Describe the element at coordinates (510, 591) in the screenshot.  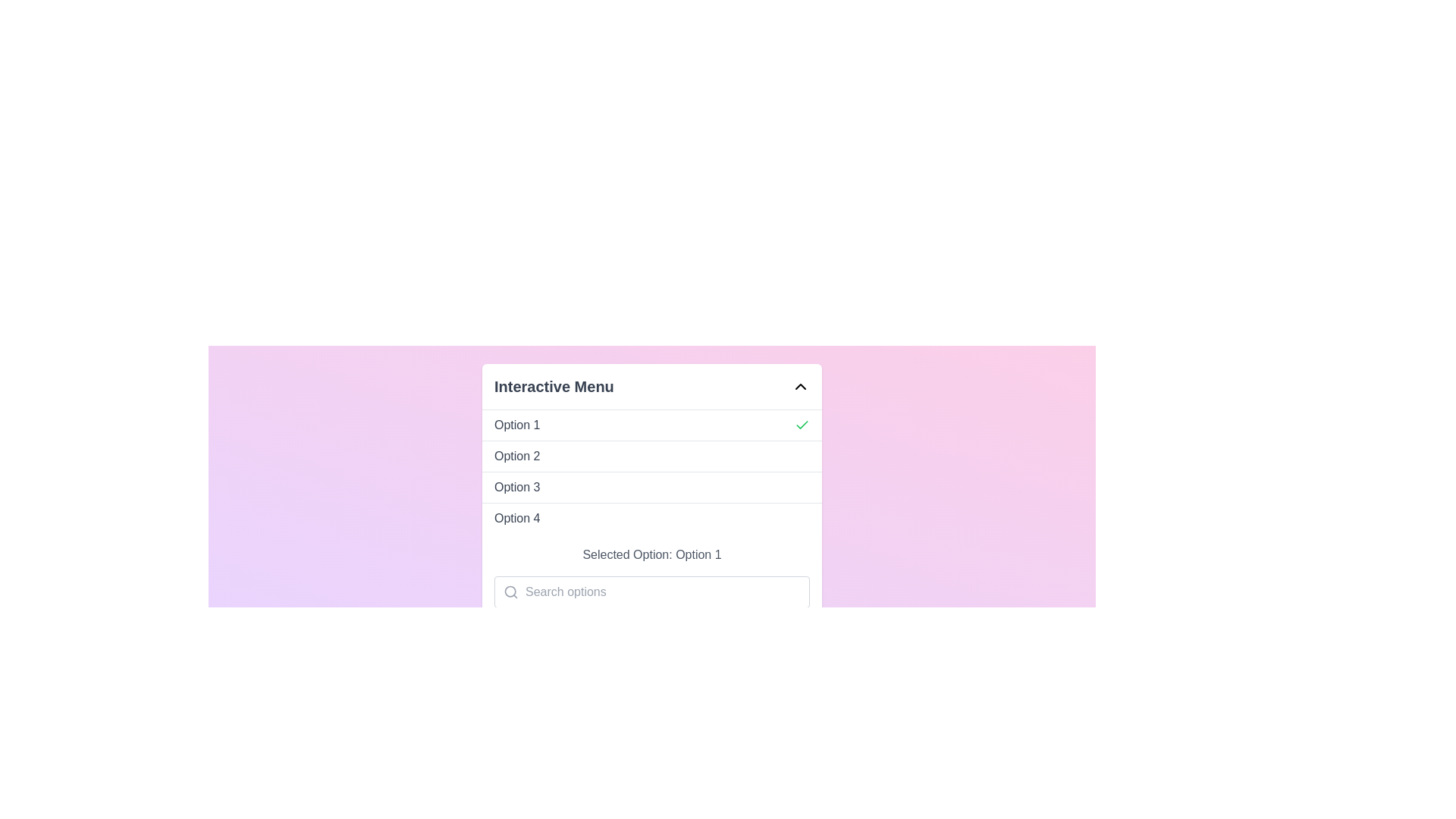
I see `the circular graphical icon that is part of the magnifying glass icon, located in the top-left quadrant of the search bar` at that location.